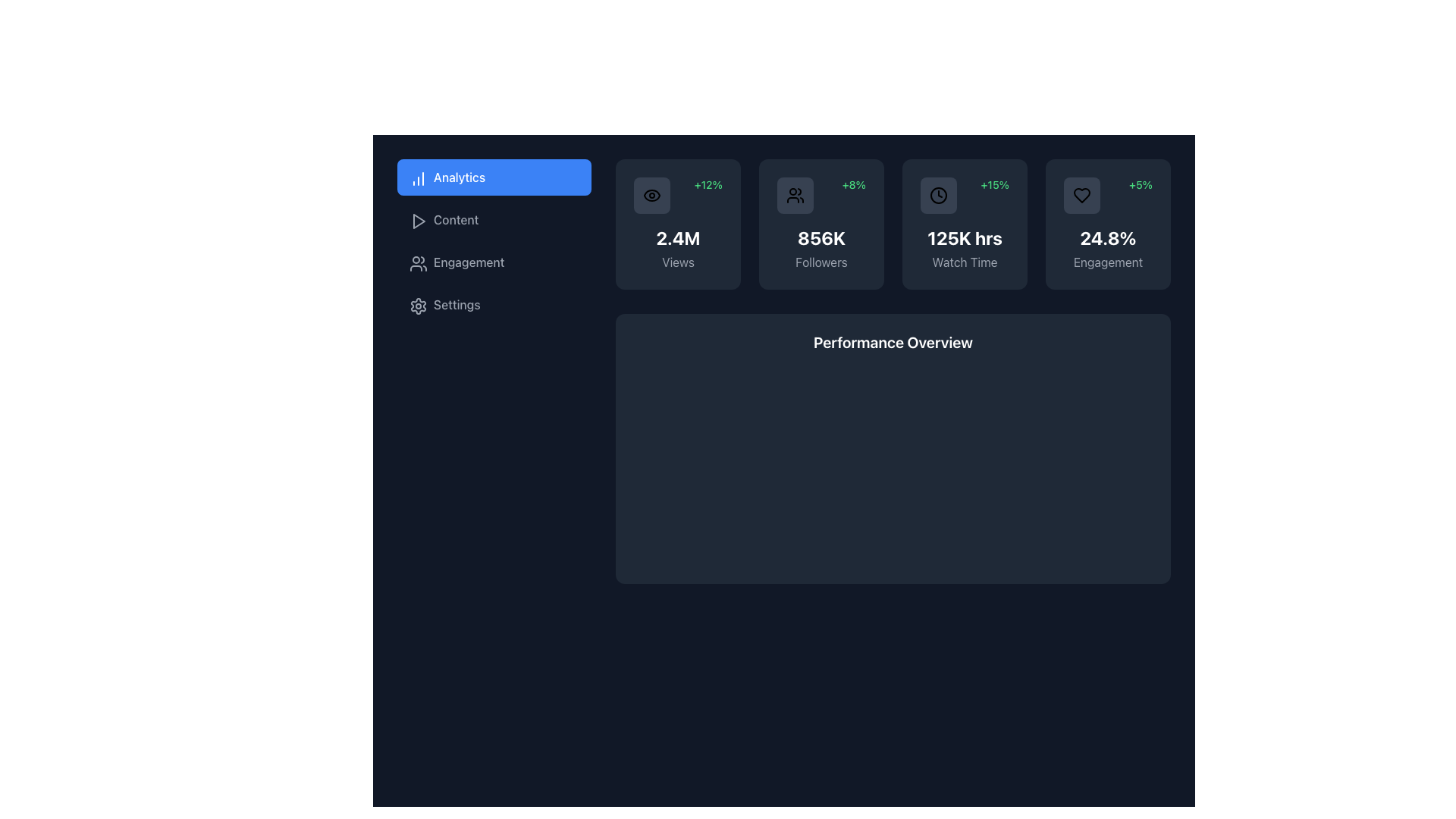  I want to click on the 'Analytics' text label in the navigation menu, so click(458, 177).